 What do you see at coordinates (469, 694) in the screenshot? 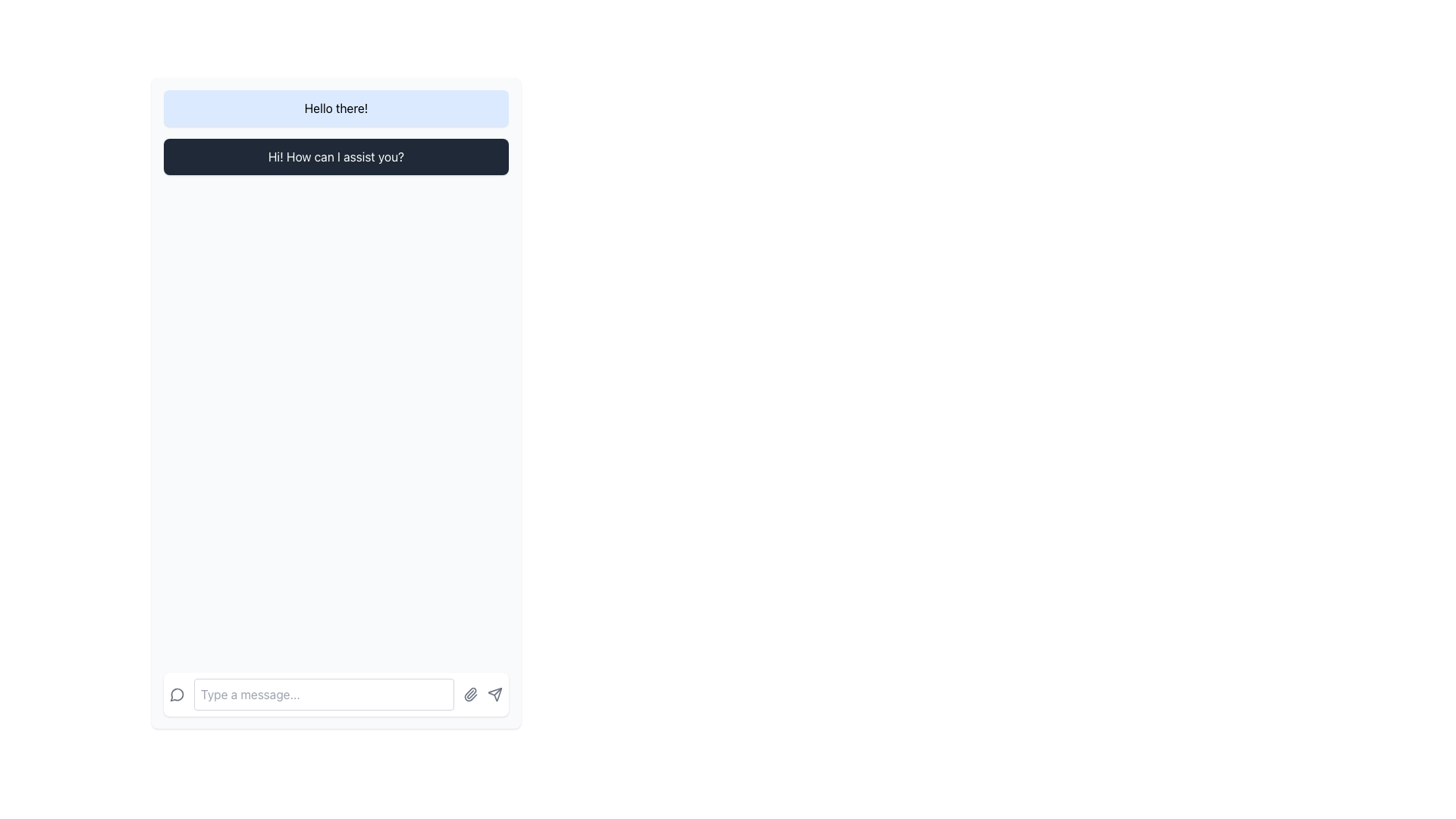
I see `the paperclip icon located to the right of the text input field in the messaging interface` at bounding box center [469, 694].